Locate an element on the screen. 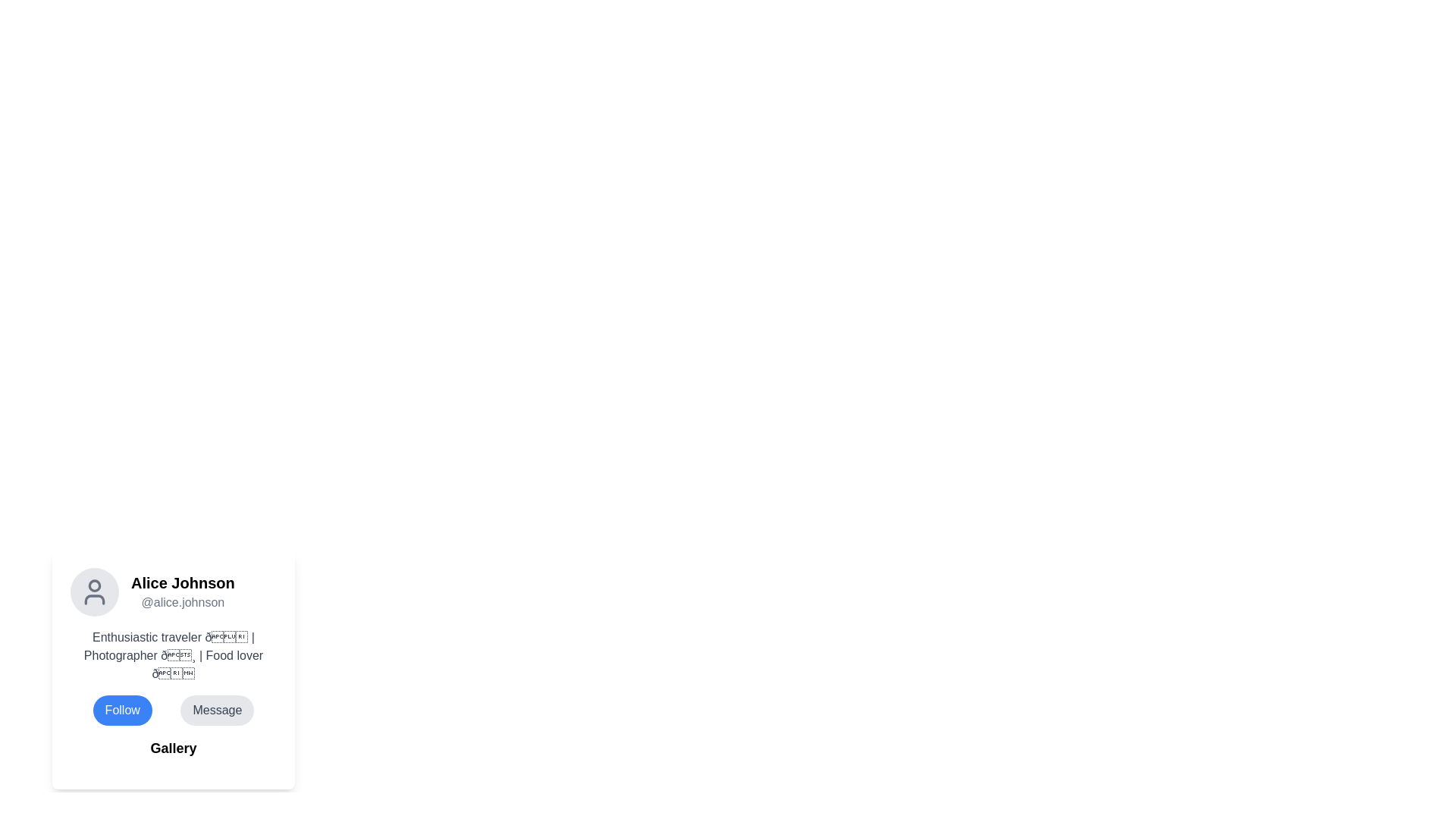  the 'Follow' or 'Message' button in the user profile card is located at coordinates (174, 711).